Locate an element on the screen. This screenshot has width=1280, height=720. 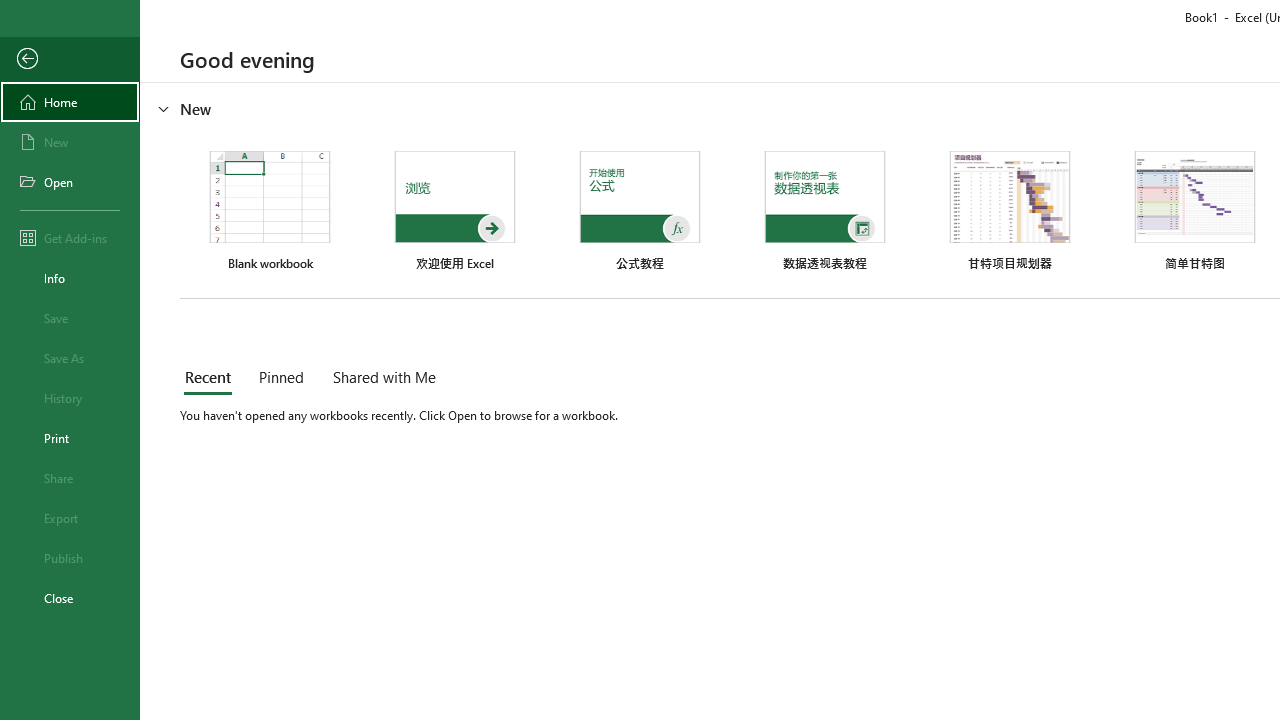
'Info' is located at coordinates (69, 277).